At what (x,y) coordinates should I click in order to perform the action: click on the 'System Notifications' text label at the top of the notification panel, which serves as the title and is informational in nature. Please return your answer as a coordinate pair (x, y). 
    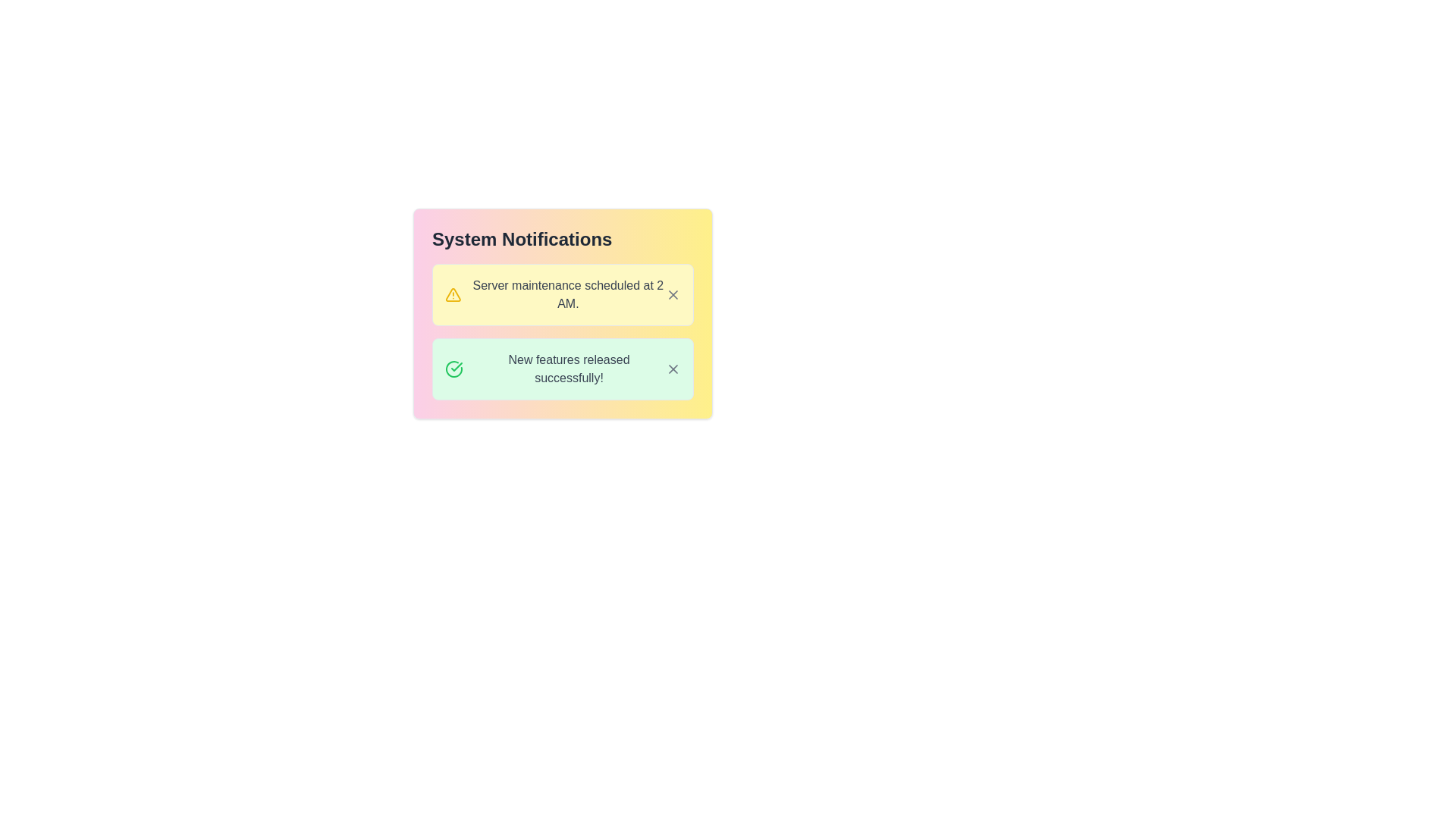
    Looking at the image, I should click on (522, 239).